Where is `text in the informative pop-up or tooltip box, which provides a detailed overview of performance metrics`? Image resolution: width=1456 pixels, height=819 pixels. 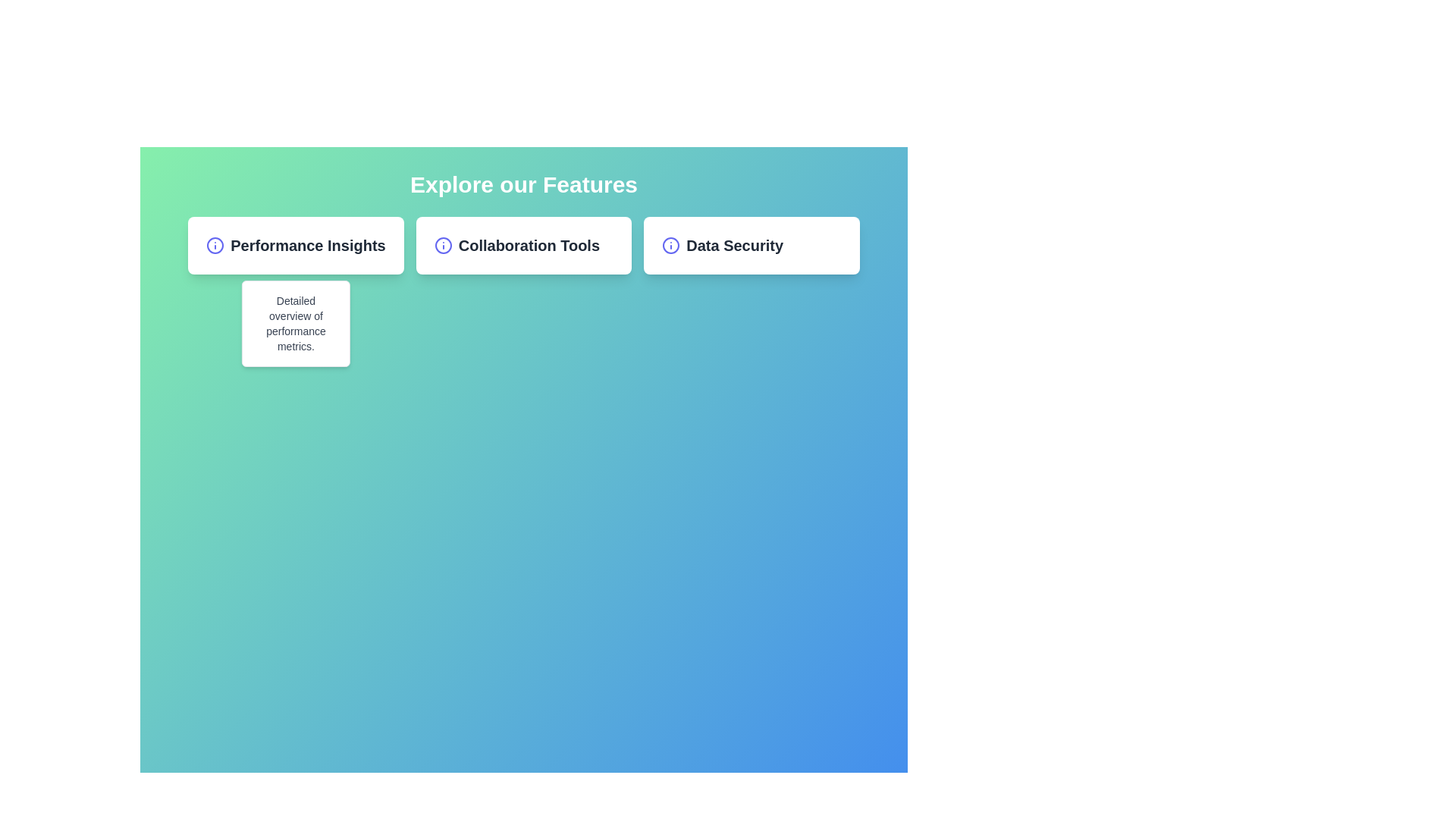
text in the informative pop-up or tooltip box, which provides a detailed overview of performance metrics is located at coordinates (296, 323).